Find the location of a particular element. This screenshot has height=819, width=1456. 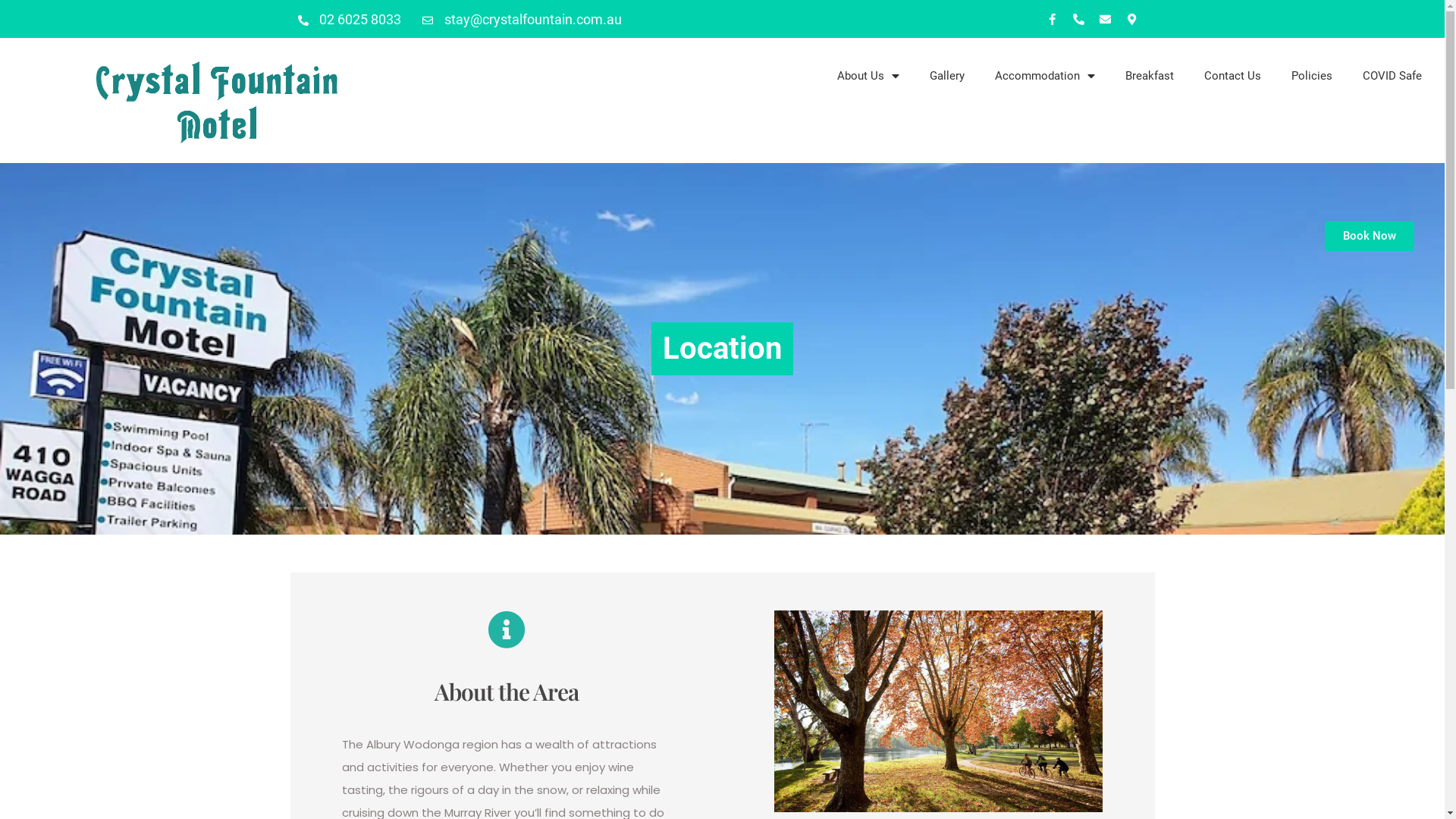

'Gallery' is located at coordinates (946, 76).